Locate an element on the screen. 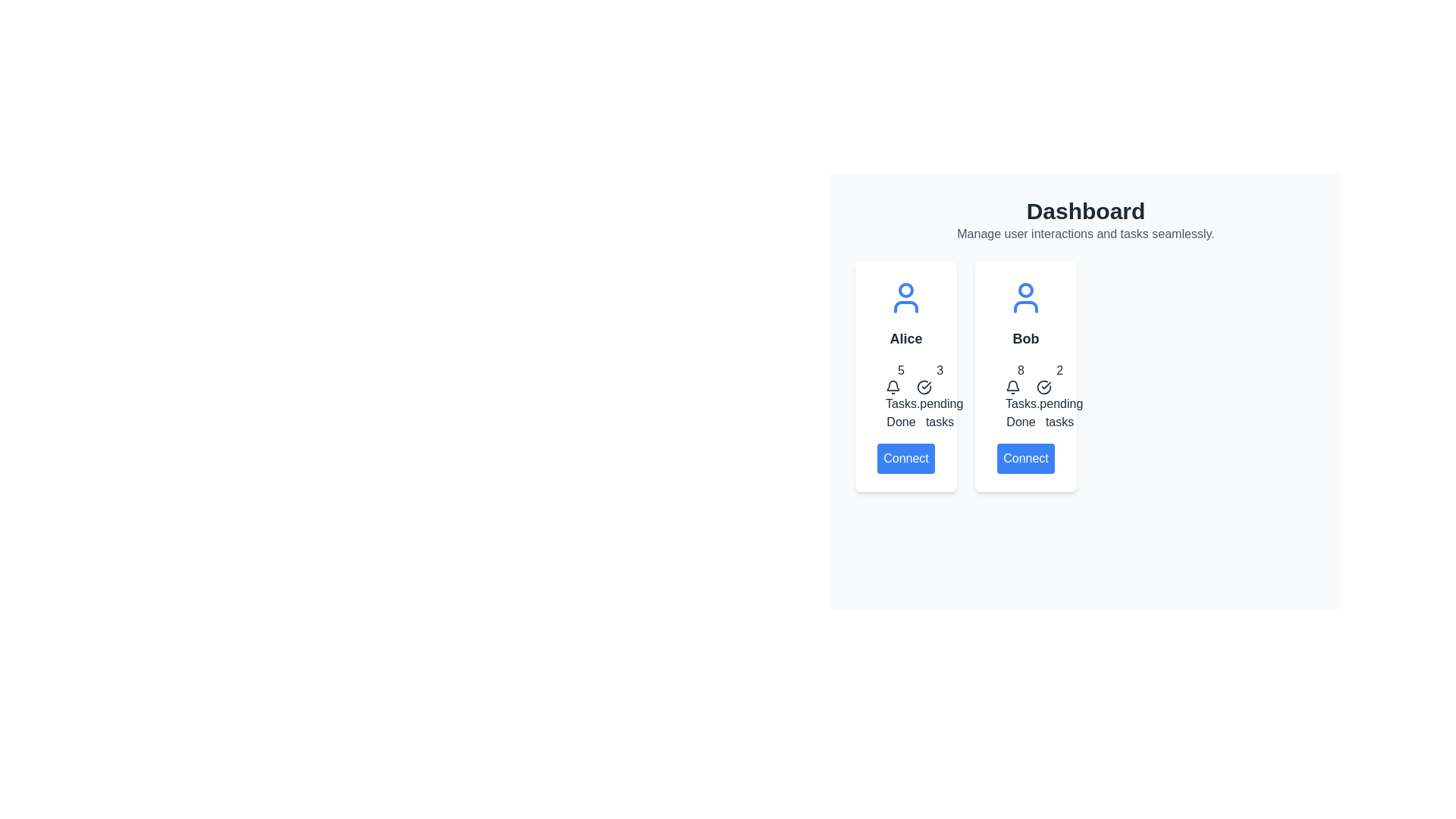 Image resolution: width=1456 pixels, height=819 pixels. the user silhouette icon located at the top-center of the card labeled 'Alice', which is styled in blue and represents a profile or user indicator is located at coordinates (906, 298).